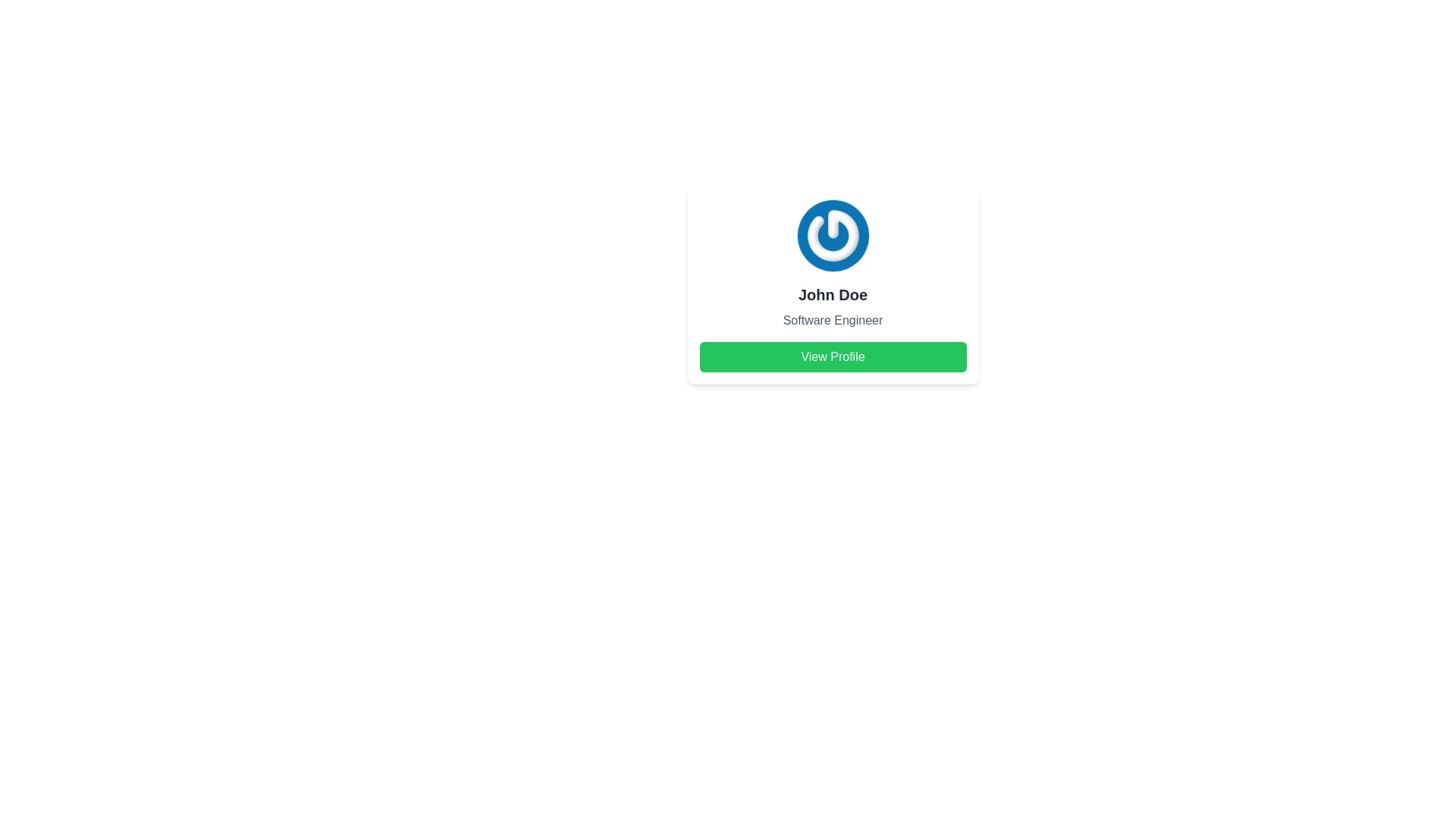  What do you see at coordinates (858, 260) in the screenshot?
I see `the small pen icon located at the bottom-right corner of the circular user avatar` at bounding box center [858, 260].